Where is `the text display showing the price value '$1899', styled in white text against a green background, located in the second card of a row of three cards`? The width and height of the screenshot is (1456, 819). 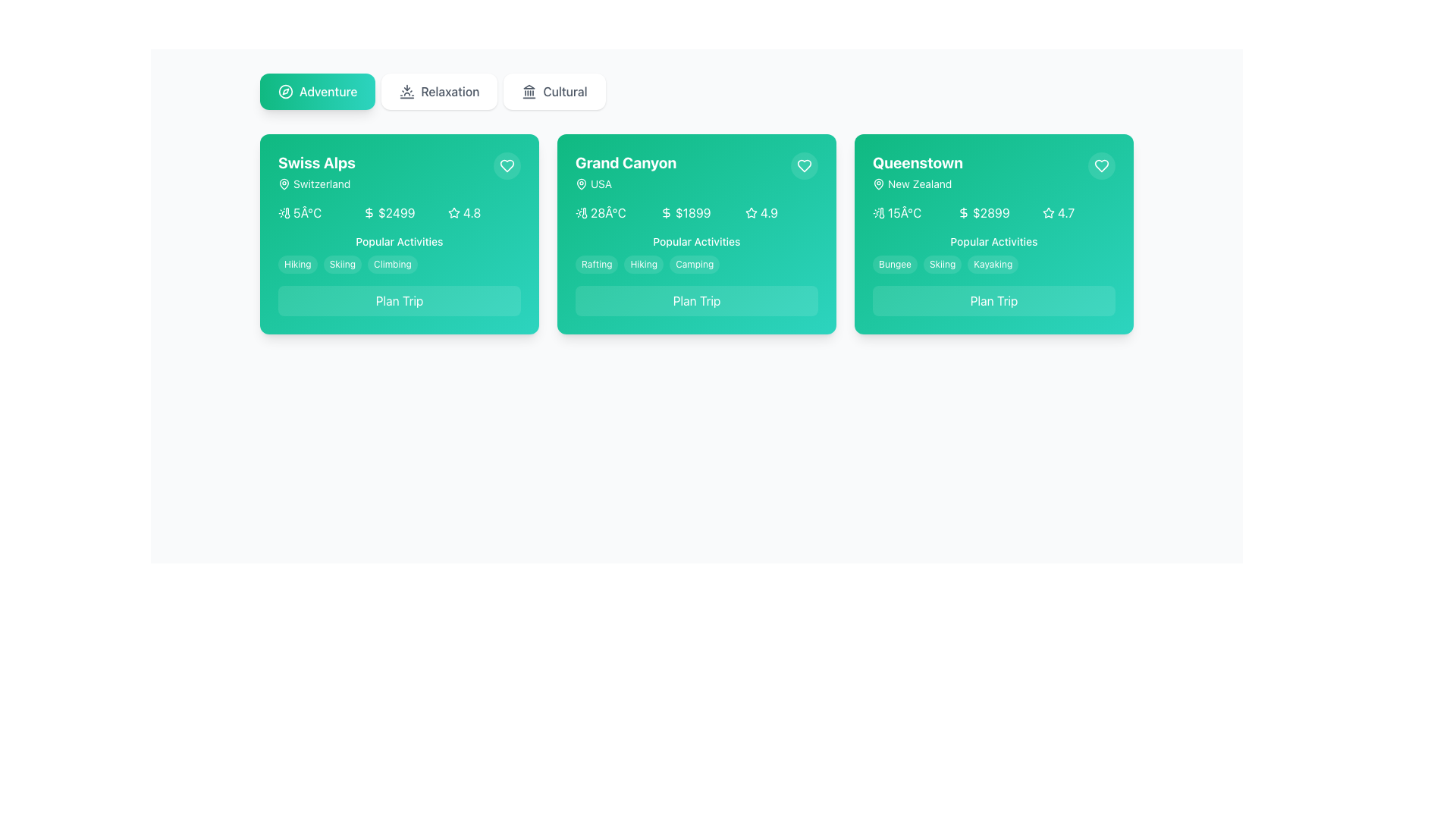 the text display showing the price value '$1899', styled in white text against a green background, located in the second card of a row of three cards is located at coordinates (692, 213).